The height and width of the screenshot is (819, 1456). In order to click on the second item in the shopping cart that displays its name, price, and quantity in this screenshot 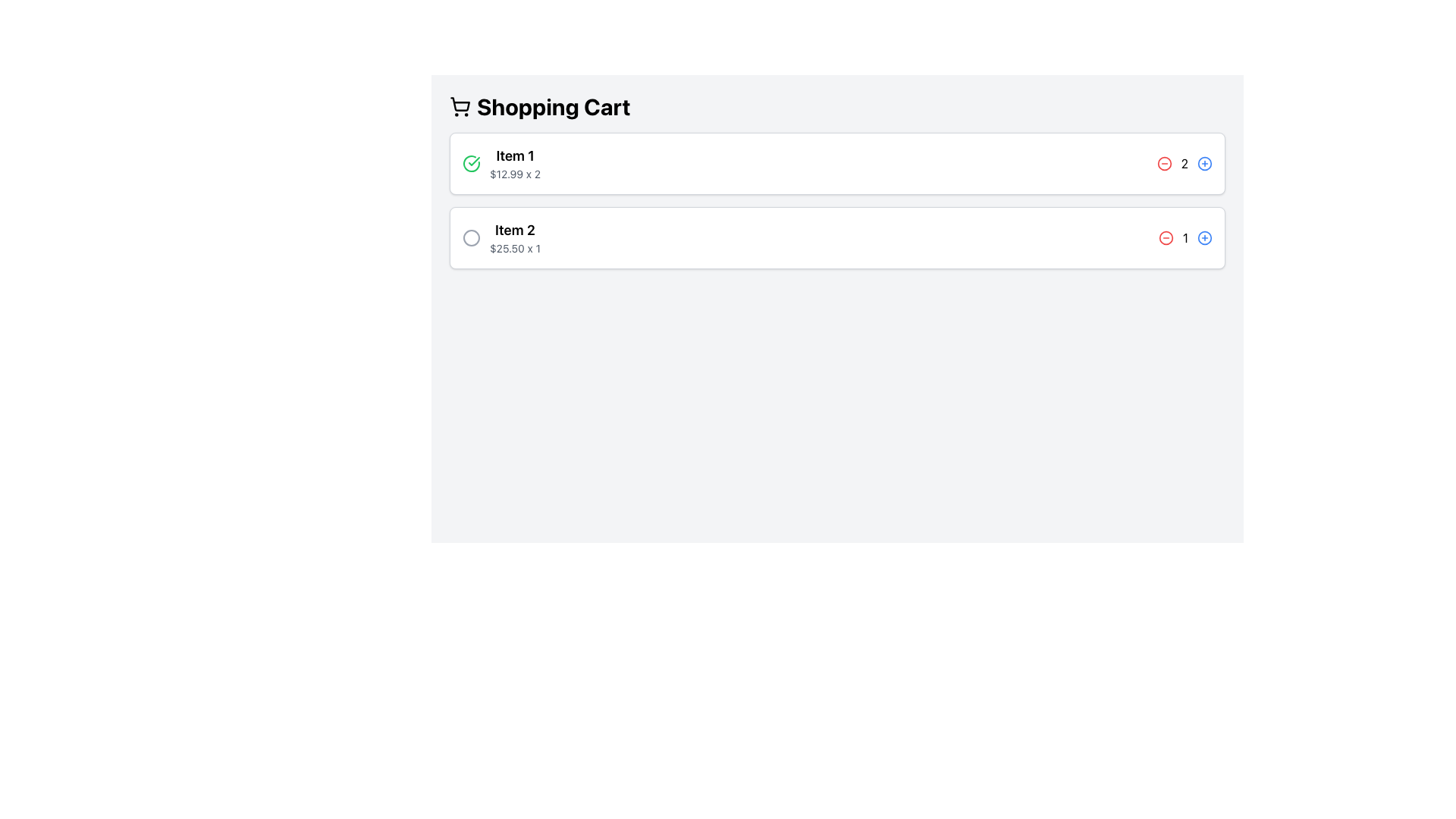, I will do `click(501, 237)`.